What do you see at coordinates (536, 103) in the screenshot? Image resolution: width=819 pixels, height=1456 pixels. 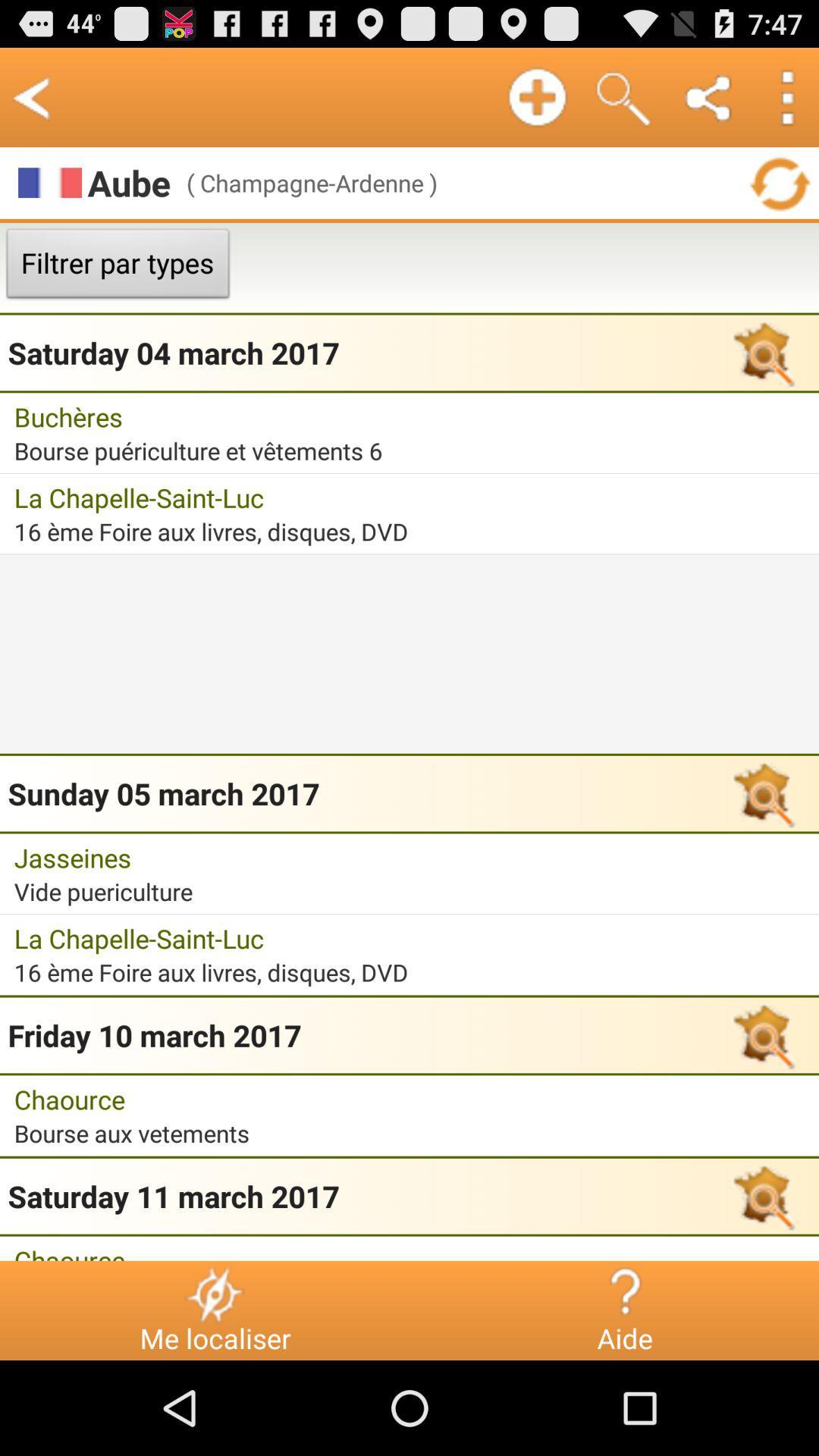 I see `the add icon` at bounding box center [536, 103].